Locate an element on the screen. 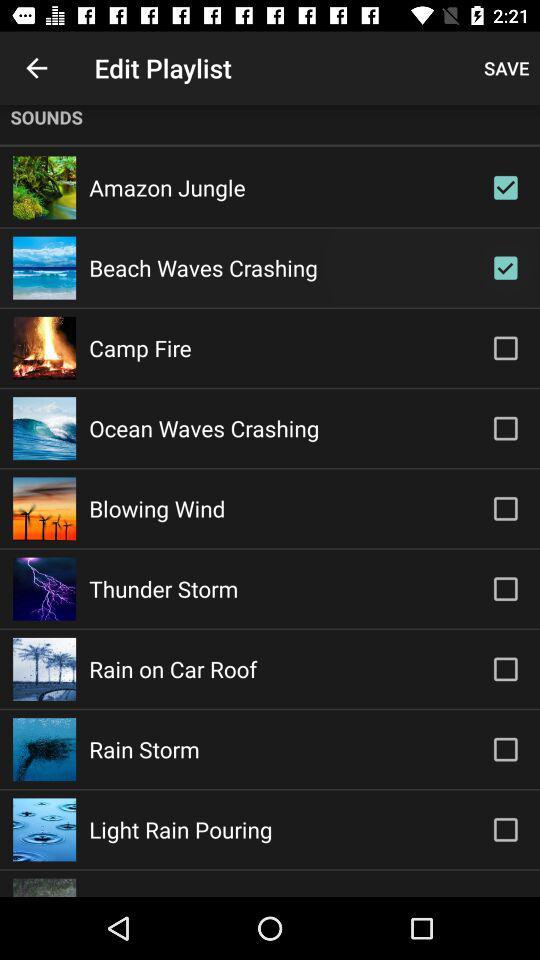 The height and width of the screenshot is (960, 540). the icon left side of light rain pouring is located at coordinates (44, 829).